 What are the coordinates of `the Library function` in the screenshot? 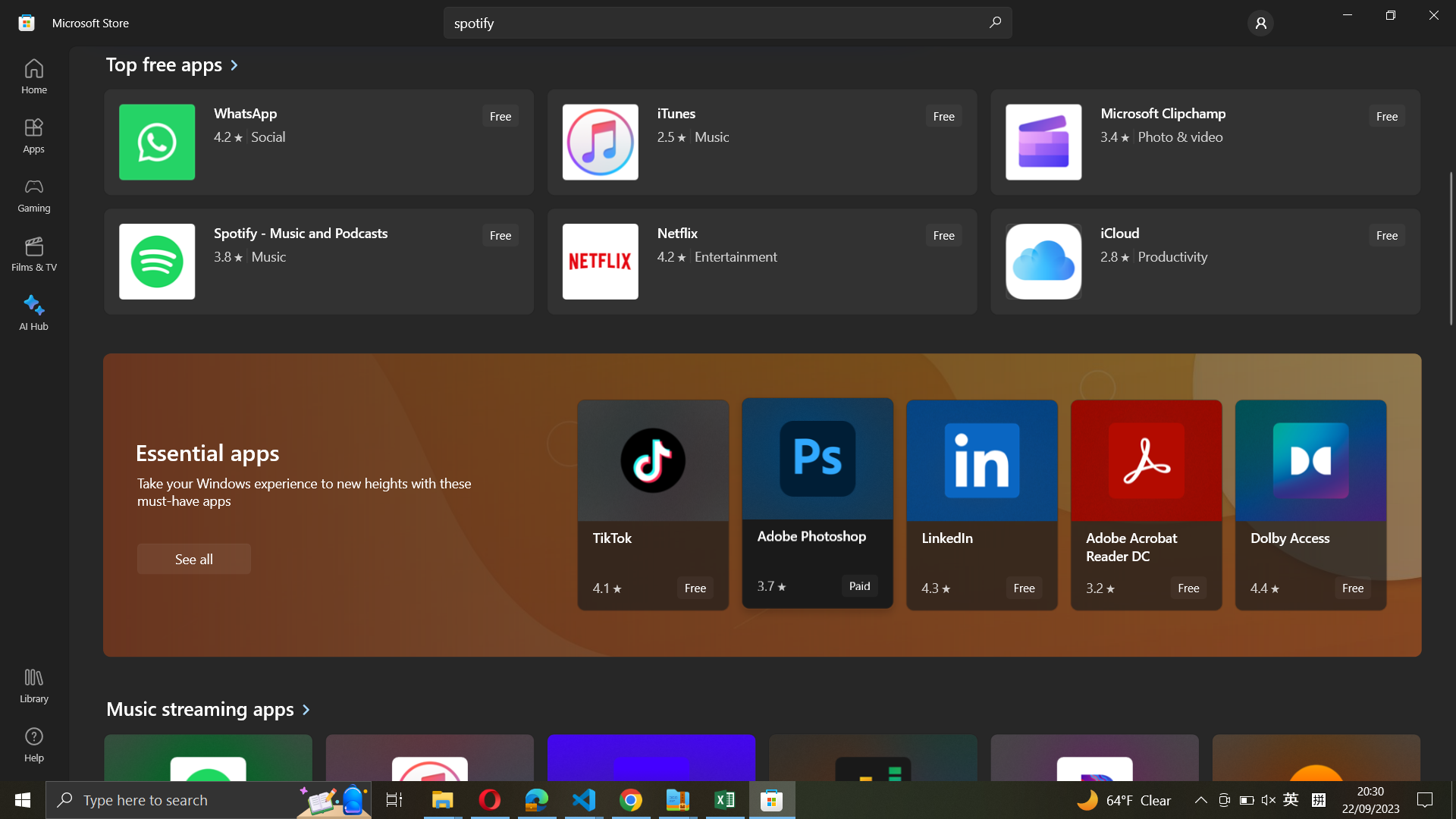 It's located at (33, 687).